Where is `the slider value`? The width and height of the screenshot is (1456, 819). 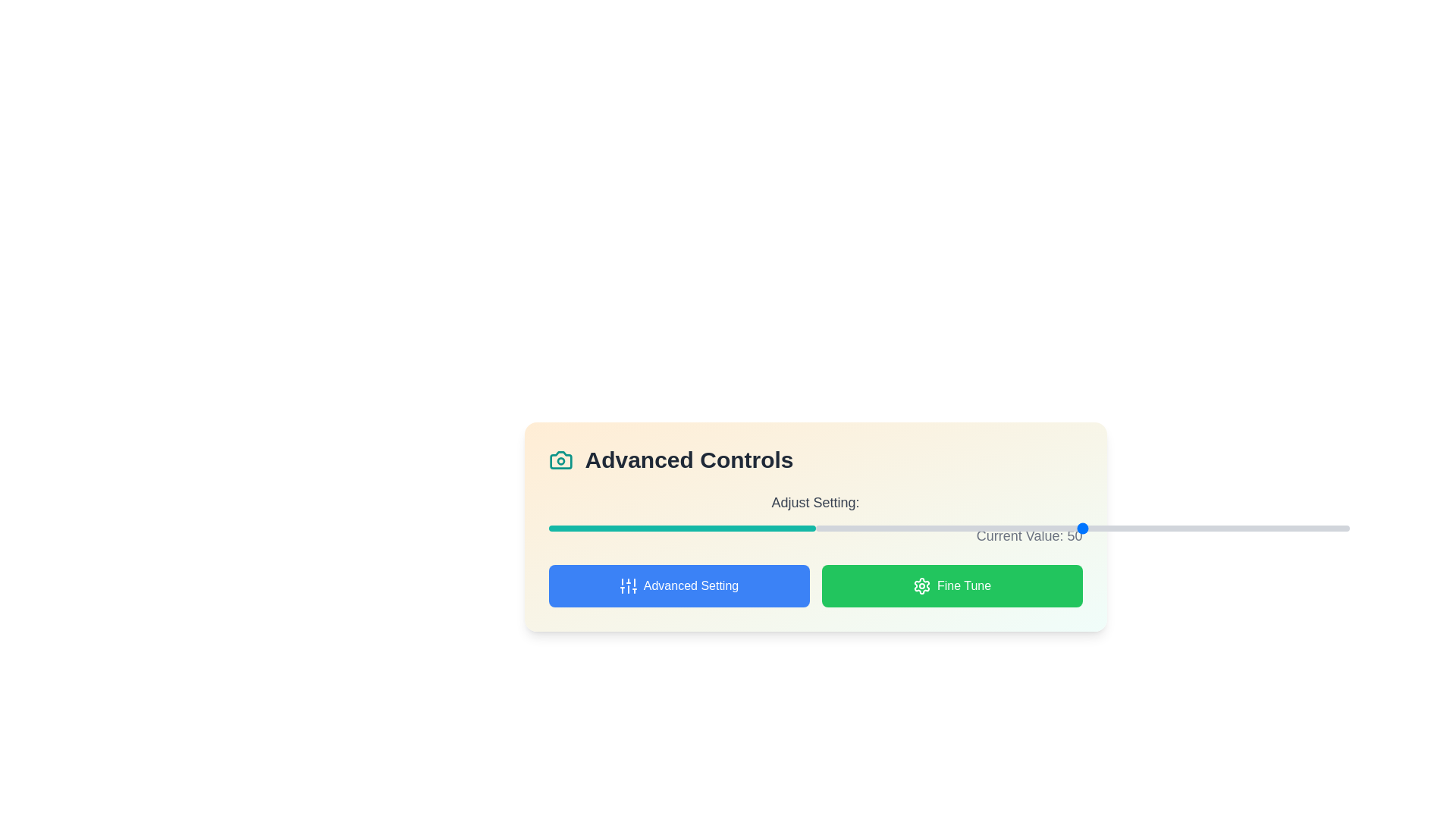
the slider value is located at coordinates (901, 528).